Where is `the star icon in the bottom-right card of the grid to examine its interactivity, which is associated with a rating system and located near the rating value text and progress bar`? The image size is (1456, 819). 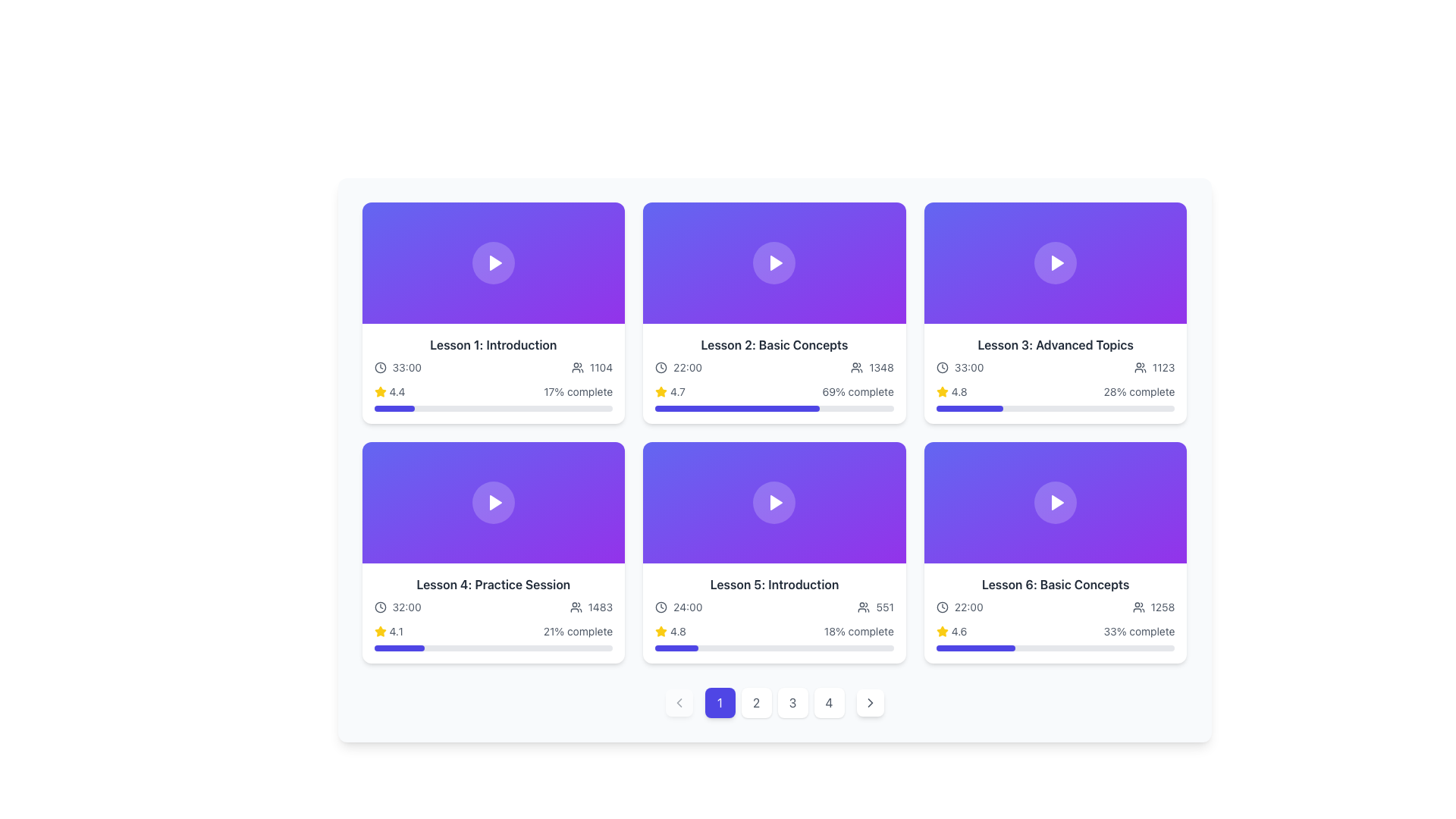
the star icon in the bottom-right card of the grid to examine its interactivity, which is associated with a rating system and located near the rating value text and progress bar is located at coordinates (941, 631).